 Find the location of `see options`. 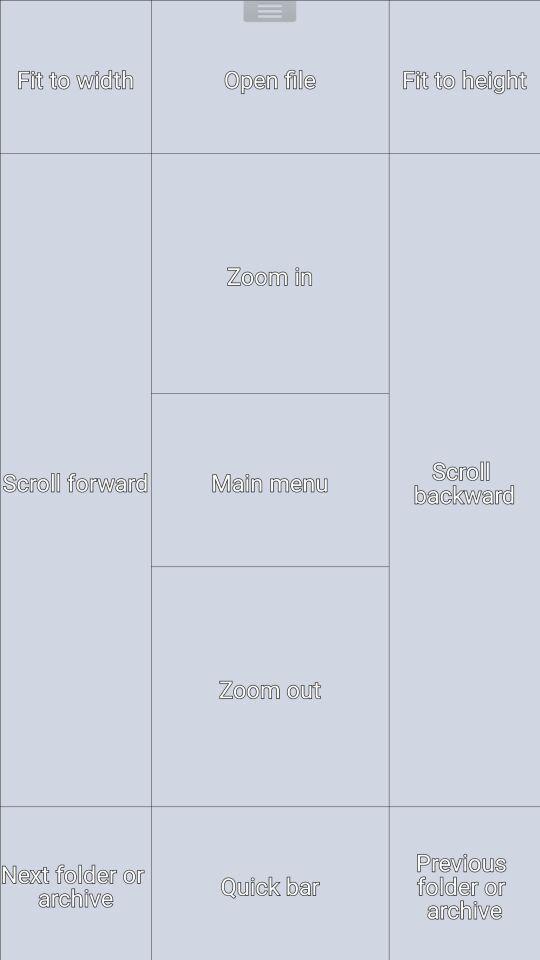

see options is located at coordinates (269, 13).